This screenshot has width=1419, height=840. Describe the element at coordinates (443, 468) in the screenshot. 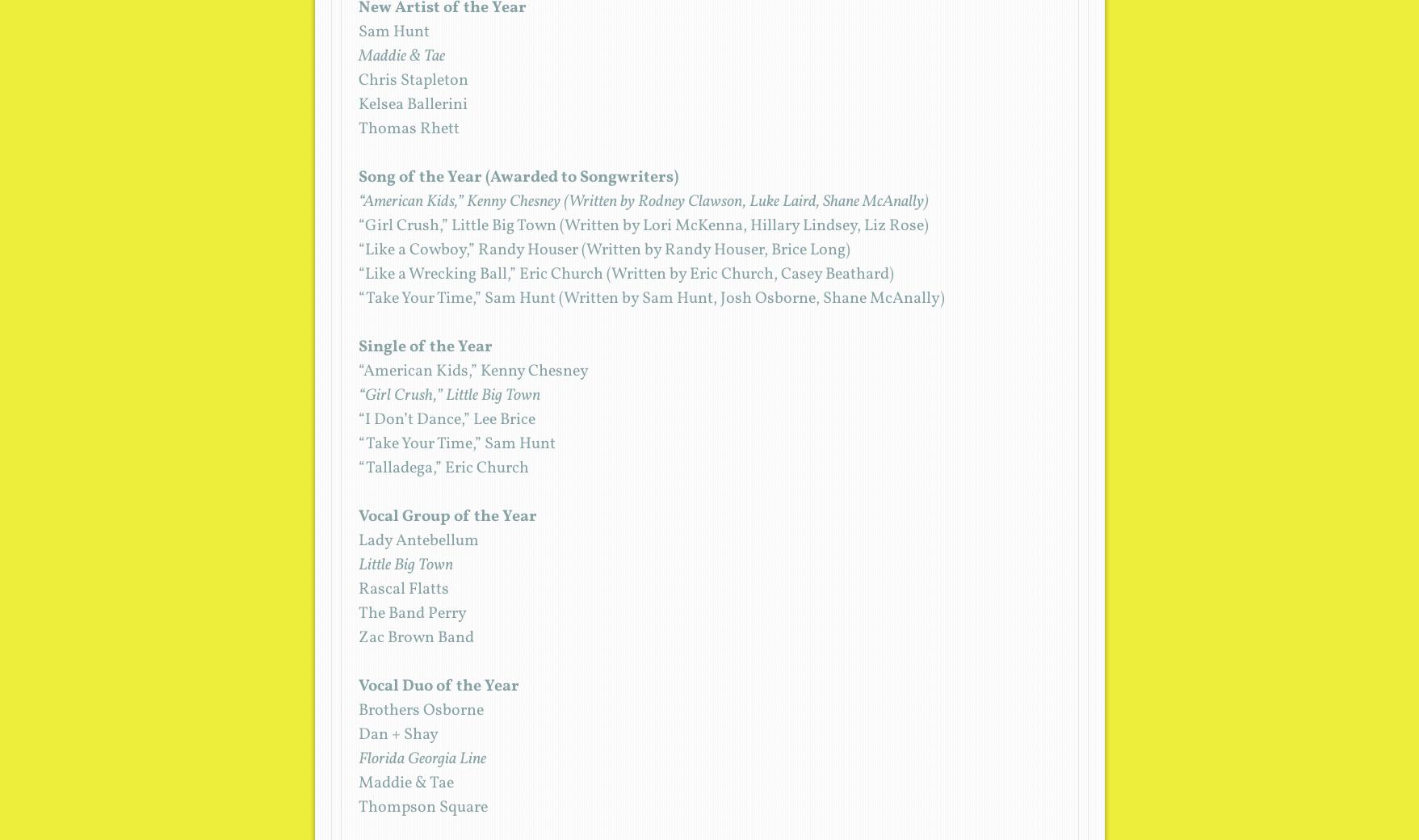

I see `'“Talladega,” Eric Church'` at that location.